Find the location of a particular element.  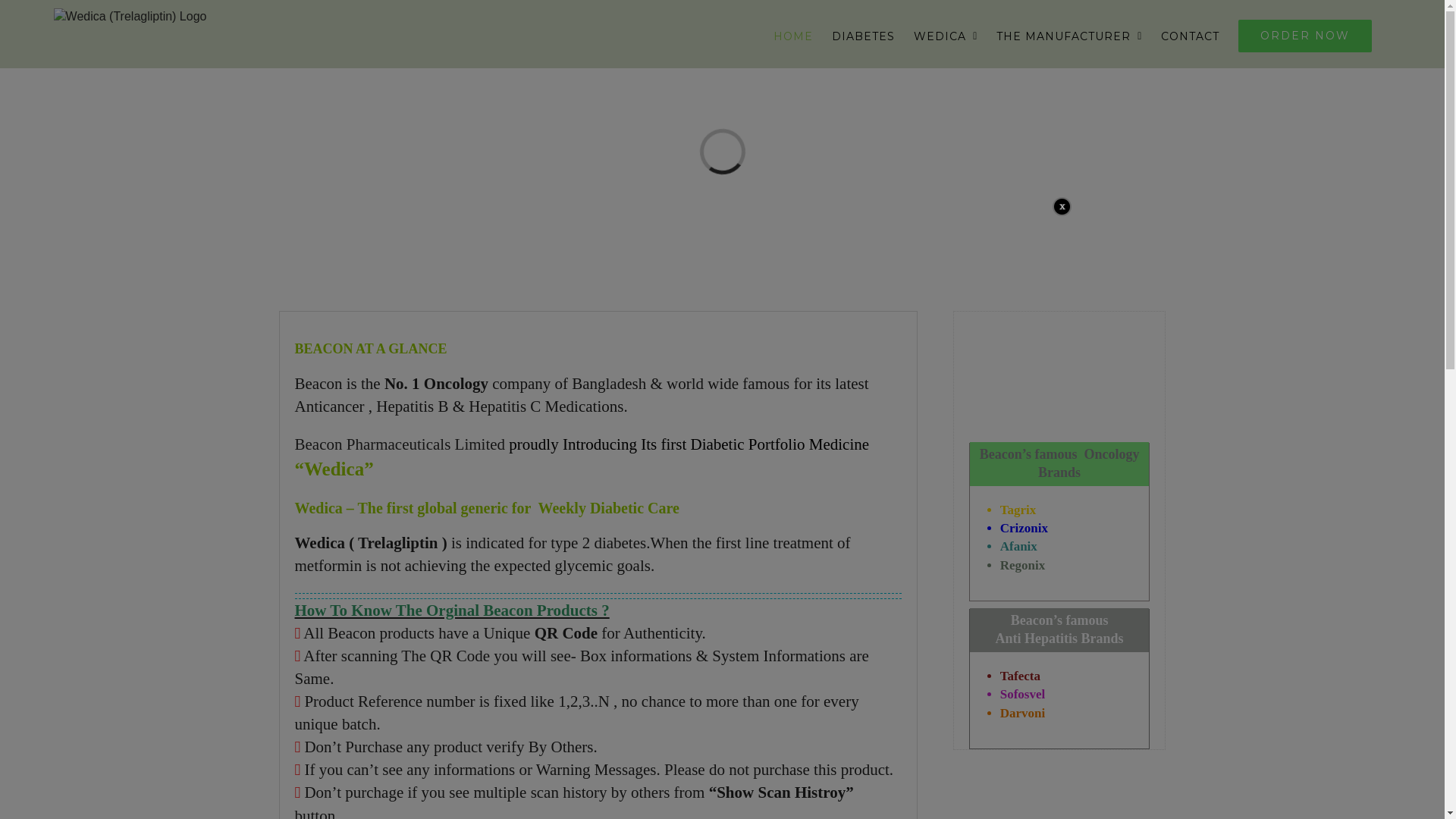

'Darvoni' is located at coordinates (1000, 713).